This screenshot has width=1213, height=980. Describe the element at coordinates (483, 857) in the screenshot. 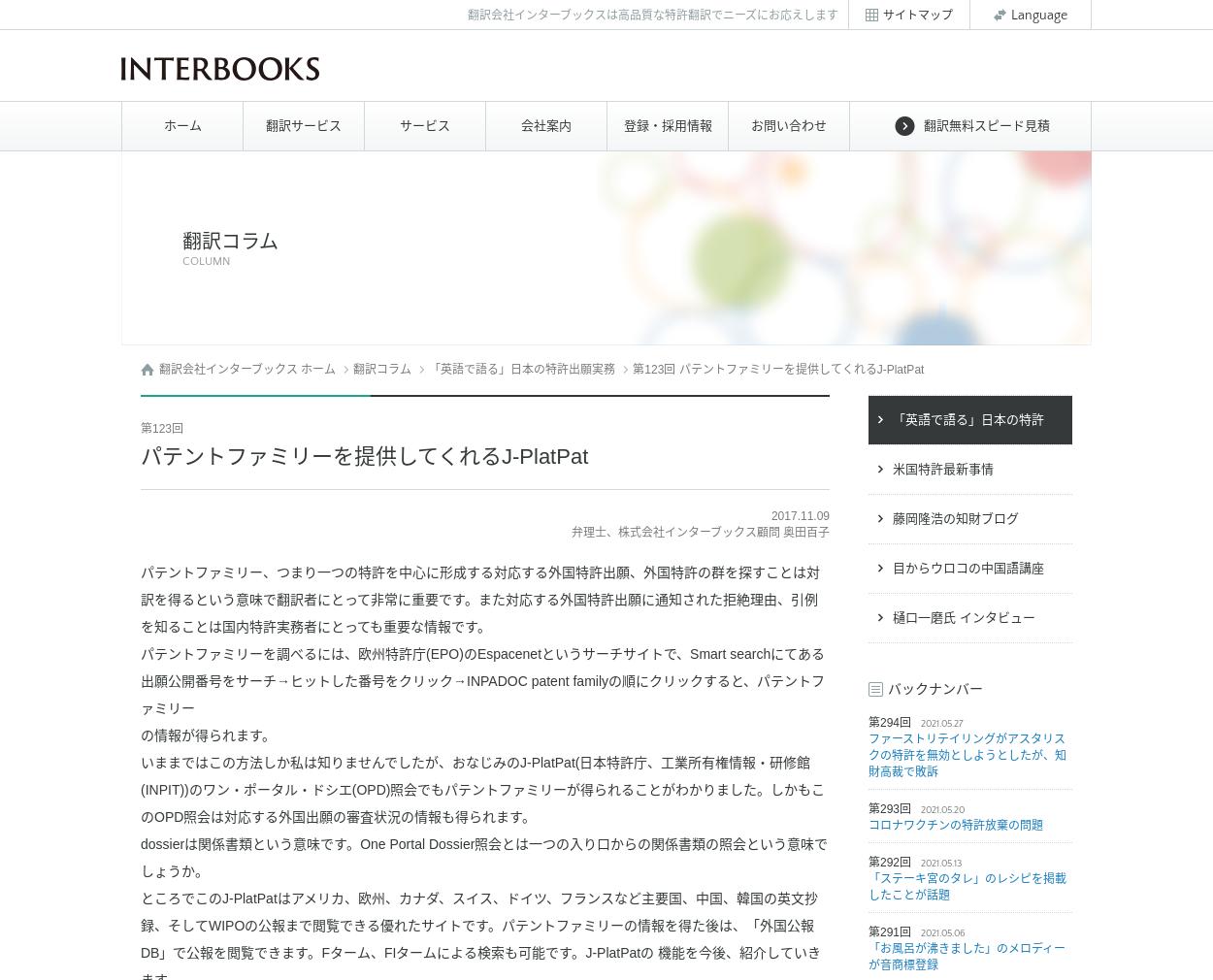

I see `'dossierは関係書類という意味です。One Portal Dossier照会とは一つの入り口からの関係書類の照会という意味でしょうか。'` at that location.